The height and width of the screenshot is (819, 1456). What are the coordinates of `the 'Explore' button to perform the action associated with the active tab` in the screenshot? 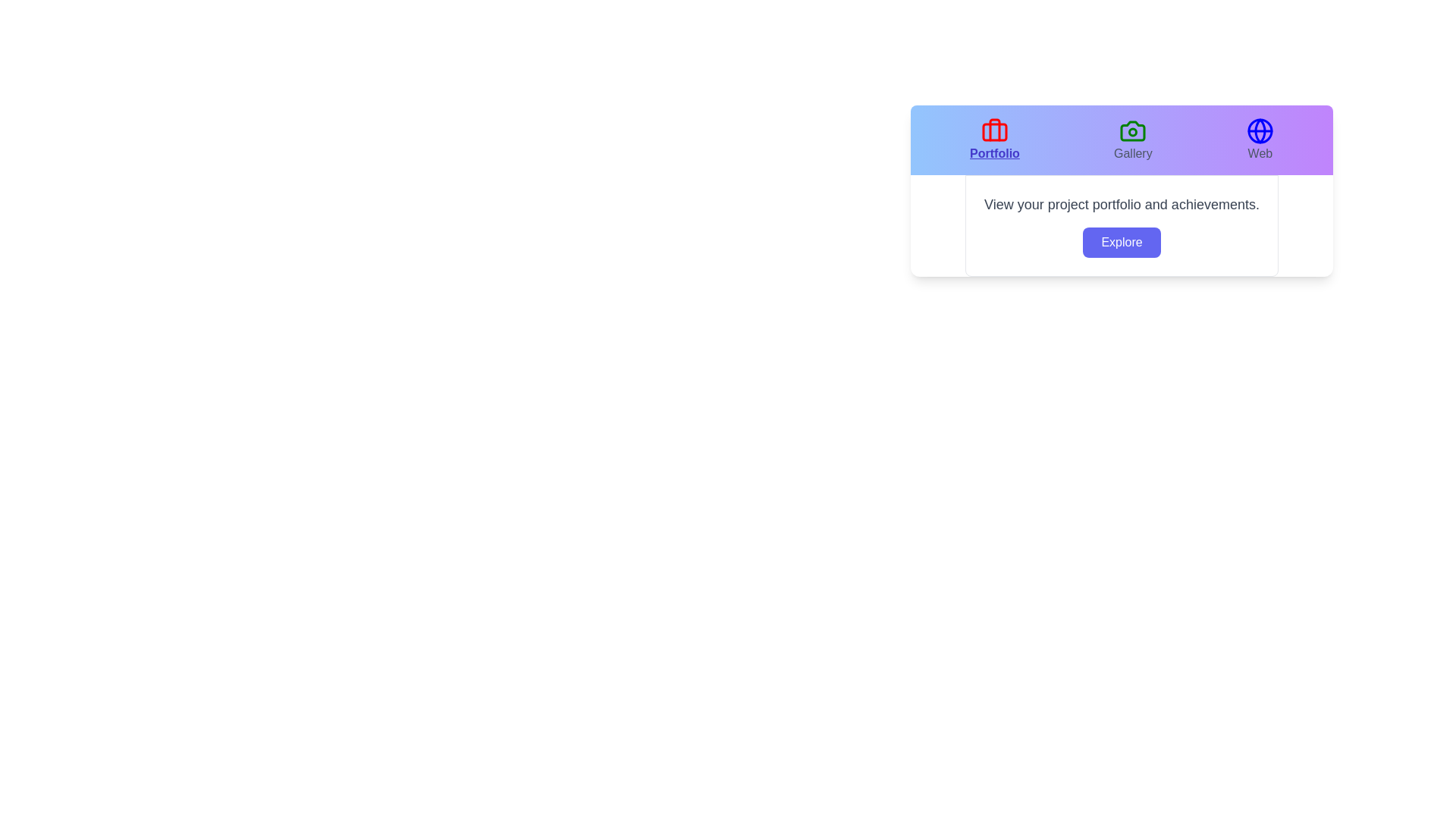 It's located at (1122, 242).